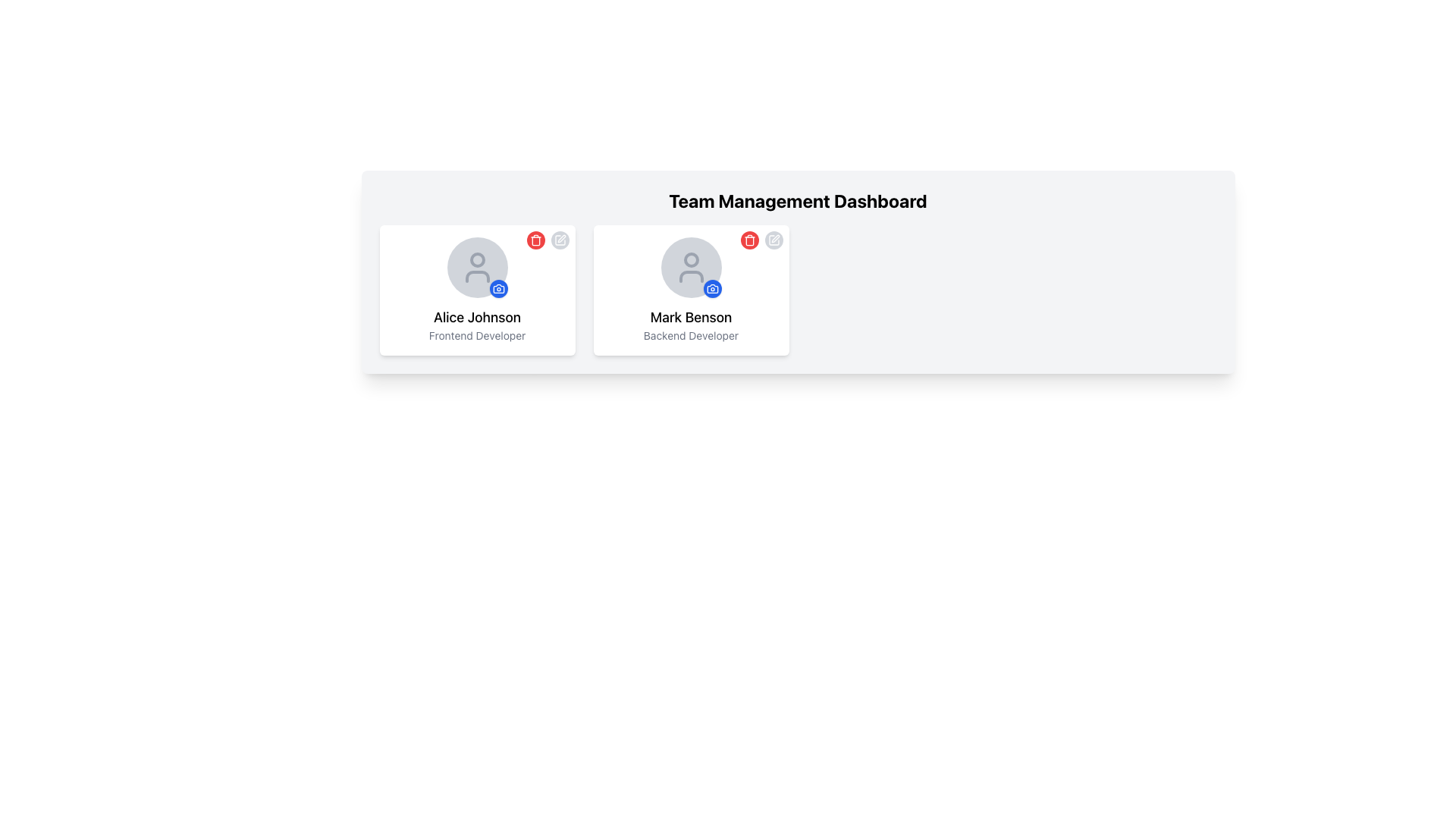 The width and height of the screenshot is (1456, 819). I want to click on the delete button with a trash can icon located in the top-right corner of Mark Benson's user card, so click(749, 239).